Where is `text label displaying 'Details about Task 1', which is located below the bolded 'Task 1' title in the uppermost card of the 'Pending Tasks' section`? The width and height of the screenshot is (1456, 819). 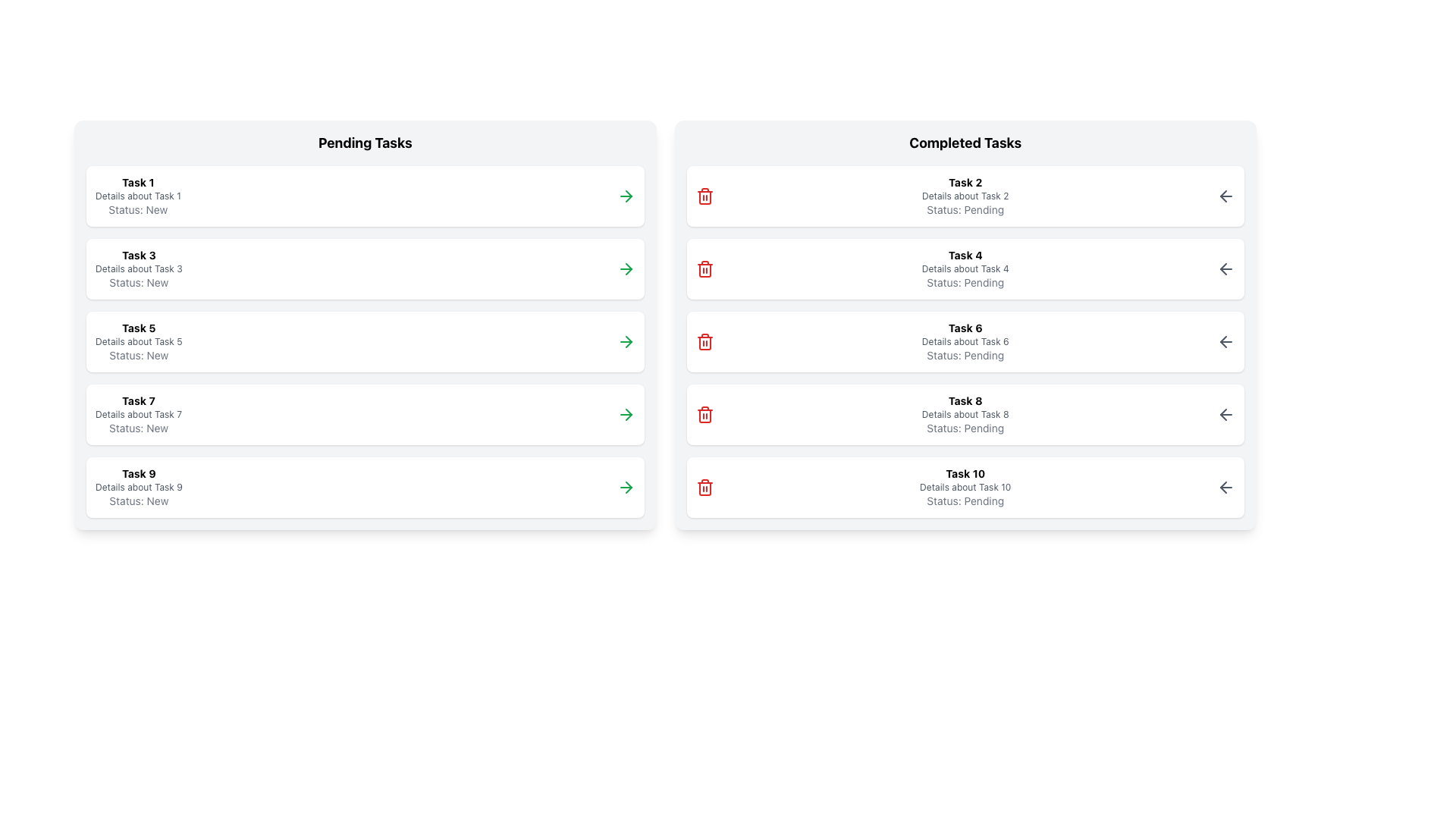
text label displaying 'Details about Task 1', which is located below the bolded 'Task 1' title in the uppermost card of the 'Pending Tasks' section is located at coordinates (138, 195).